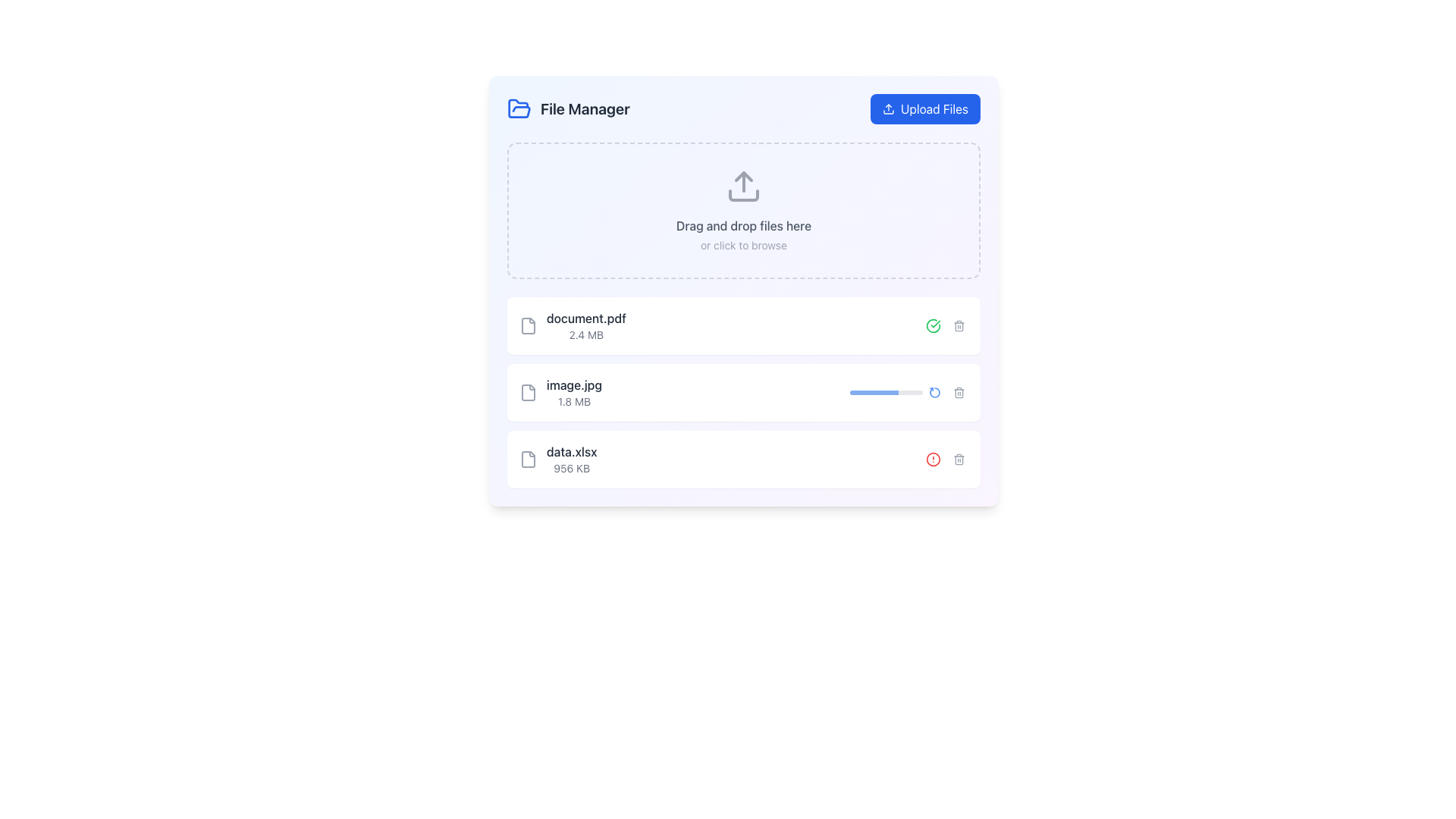 The height and width of the screenshot is (819, 1456). I want to click on the textual display of file metadata showing 'data.xlsx' and '956 KB', so click(557, 458).